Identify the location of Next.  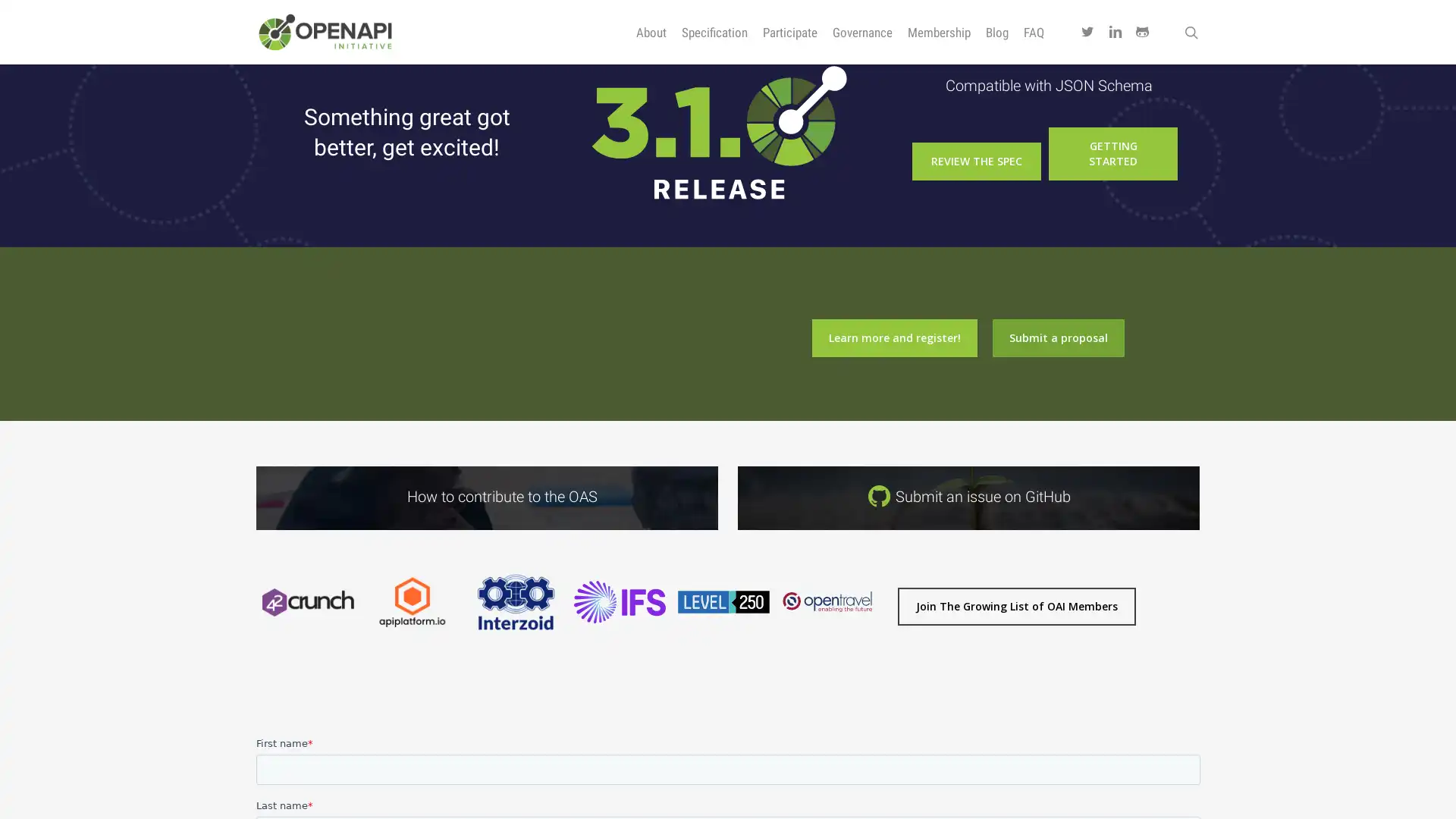
(886, 651).